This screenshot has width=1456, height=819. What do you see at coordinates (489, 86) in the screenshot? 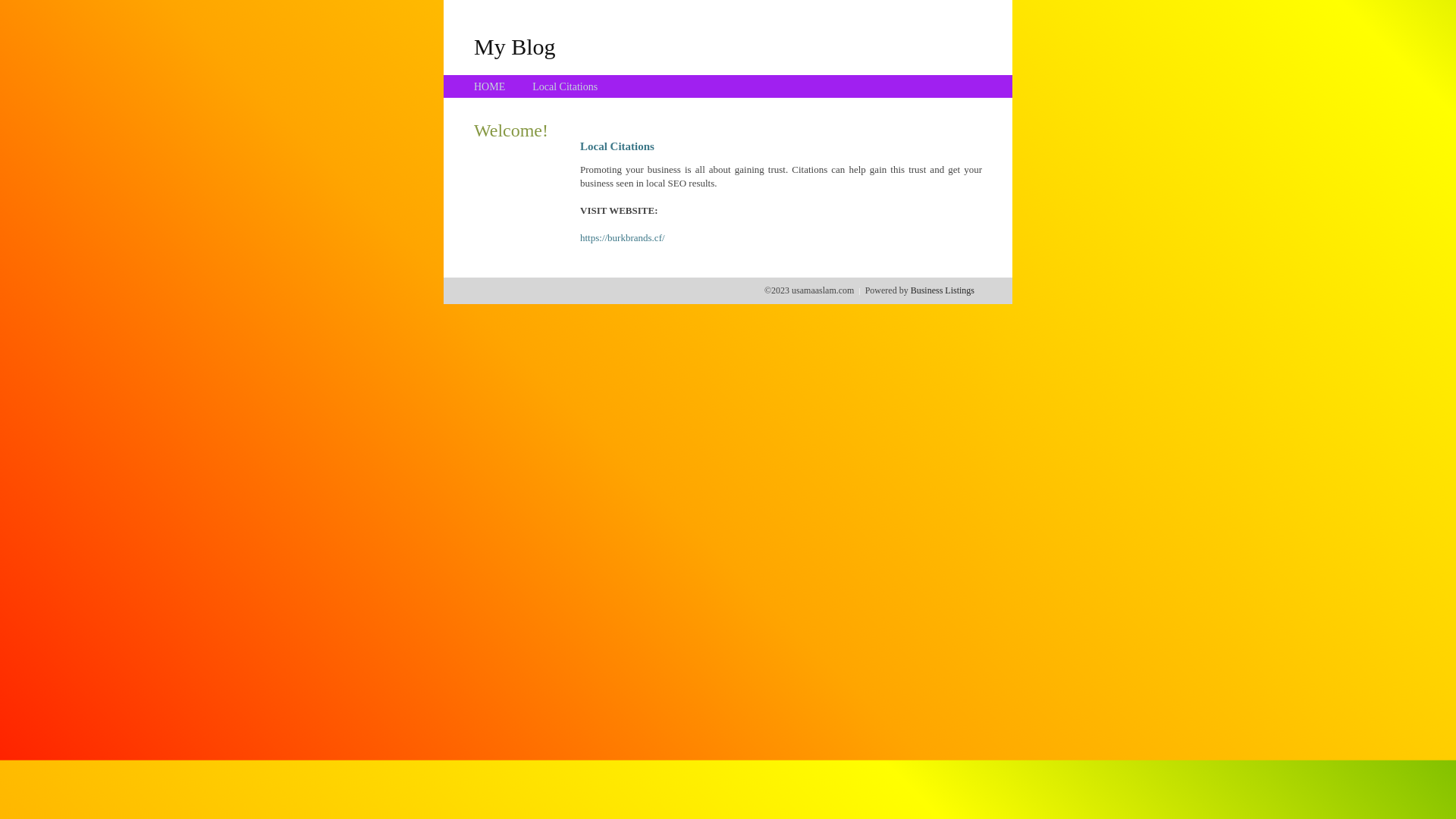
I see `'HOME'` at bounding box center [489, 86].